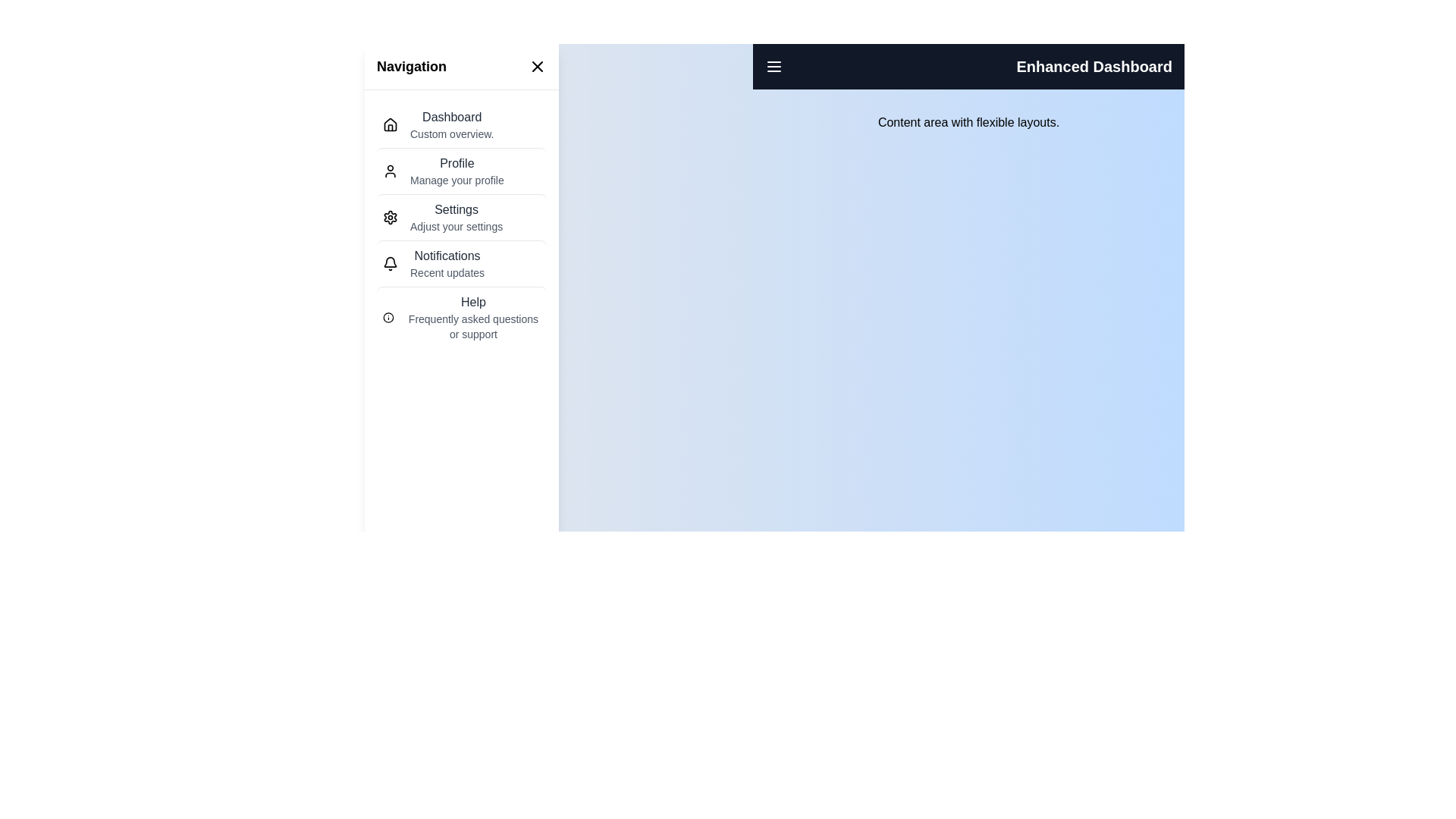 This screenshot has height=819, width=1456. What do you see at coordinates (472, 317) in the screenshot?
I see `the 'Help' navigational list item, which is the fifth item in the left-side navigation panel` at bounding box center [472, 317].